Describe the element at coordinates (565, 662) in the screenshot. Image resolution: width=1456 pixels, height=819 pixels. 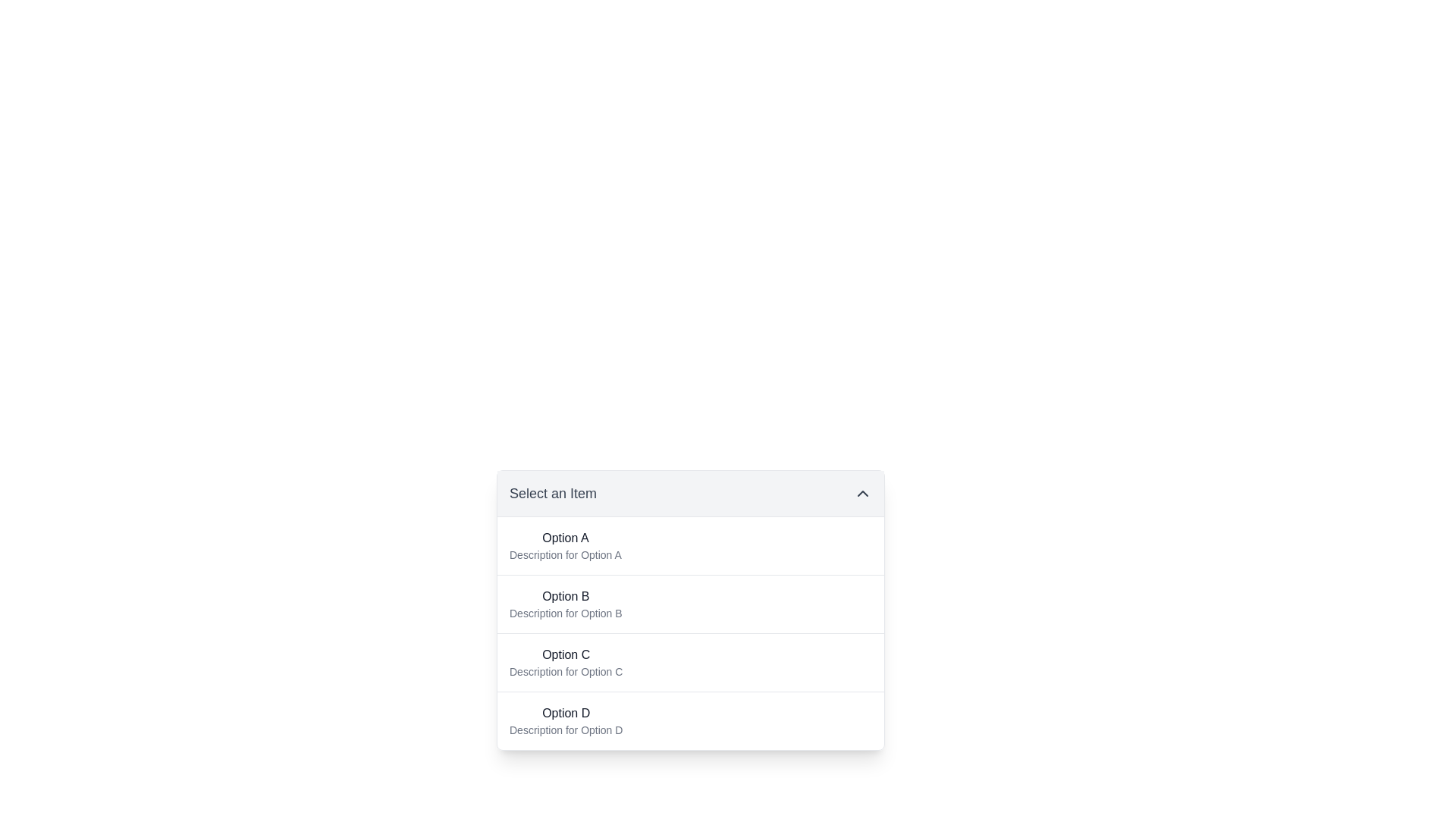
I see `the list item labeled 'Option C' that is the third item in the dropdown list under the heading 'Select an Item'` at that location.